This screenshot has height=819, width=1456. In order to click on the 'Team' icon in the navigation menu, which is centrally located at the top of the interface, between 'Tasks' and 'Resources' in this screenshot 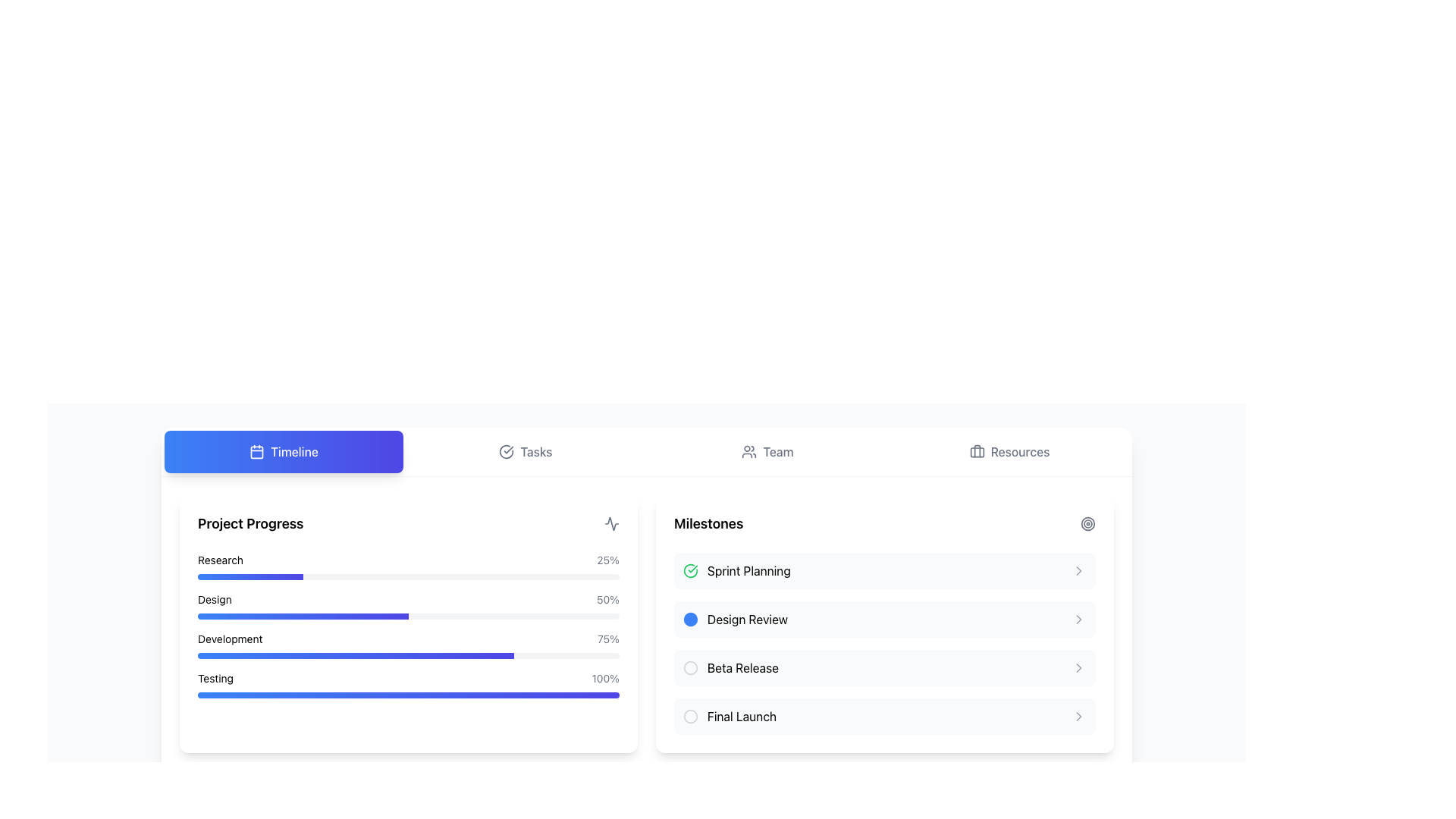, I will do `click(749, 451)`.